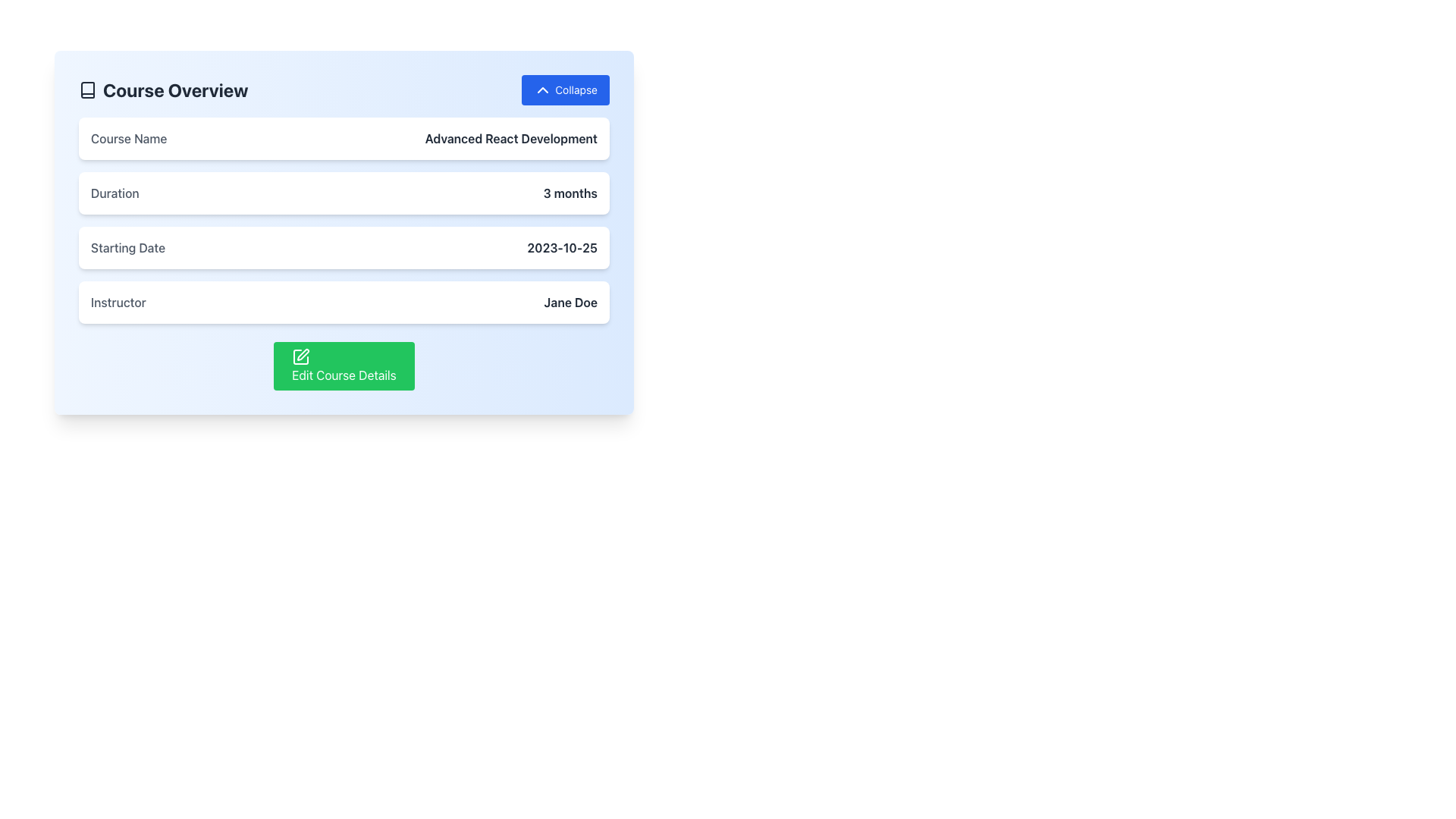  I want to click on the static text label that serves as a descriptive title for the '3 months' duration value, located to the left of the '3 months' text element, so click(114, 192).